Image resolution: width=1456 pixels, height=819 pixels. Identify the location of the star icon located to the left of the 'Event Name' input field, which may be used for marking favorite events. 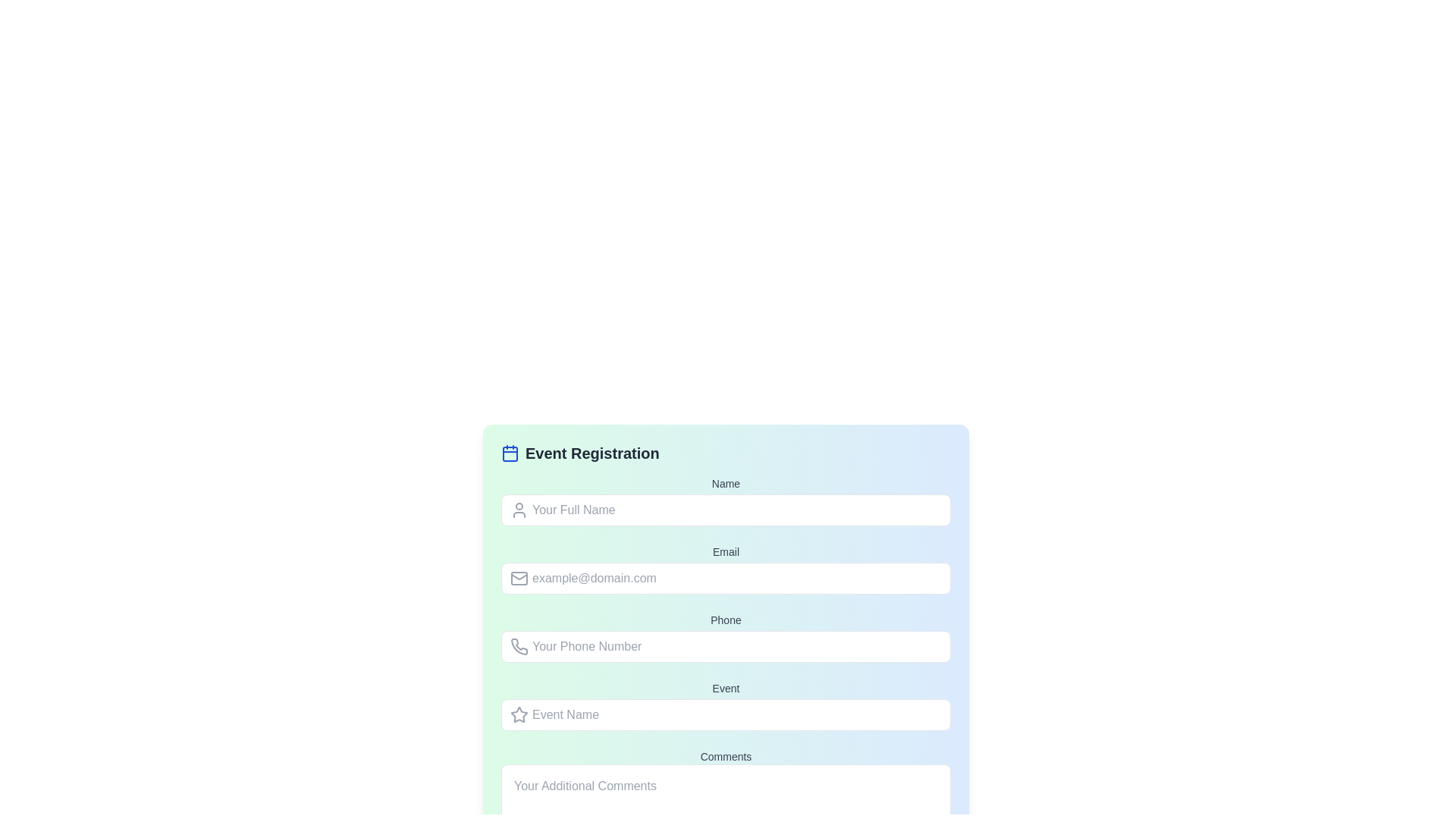
(519, 714).